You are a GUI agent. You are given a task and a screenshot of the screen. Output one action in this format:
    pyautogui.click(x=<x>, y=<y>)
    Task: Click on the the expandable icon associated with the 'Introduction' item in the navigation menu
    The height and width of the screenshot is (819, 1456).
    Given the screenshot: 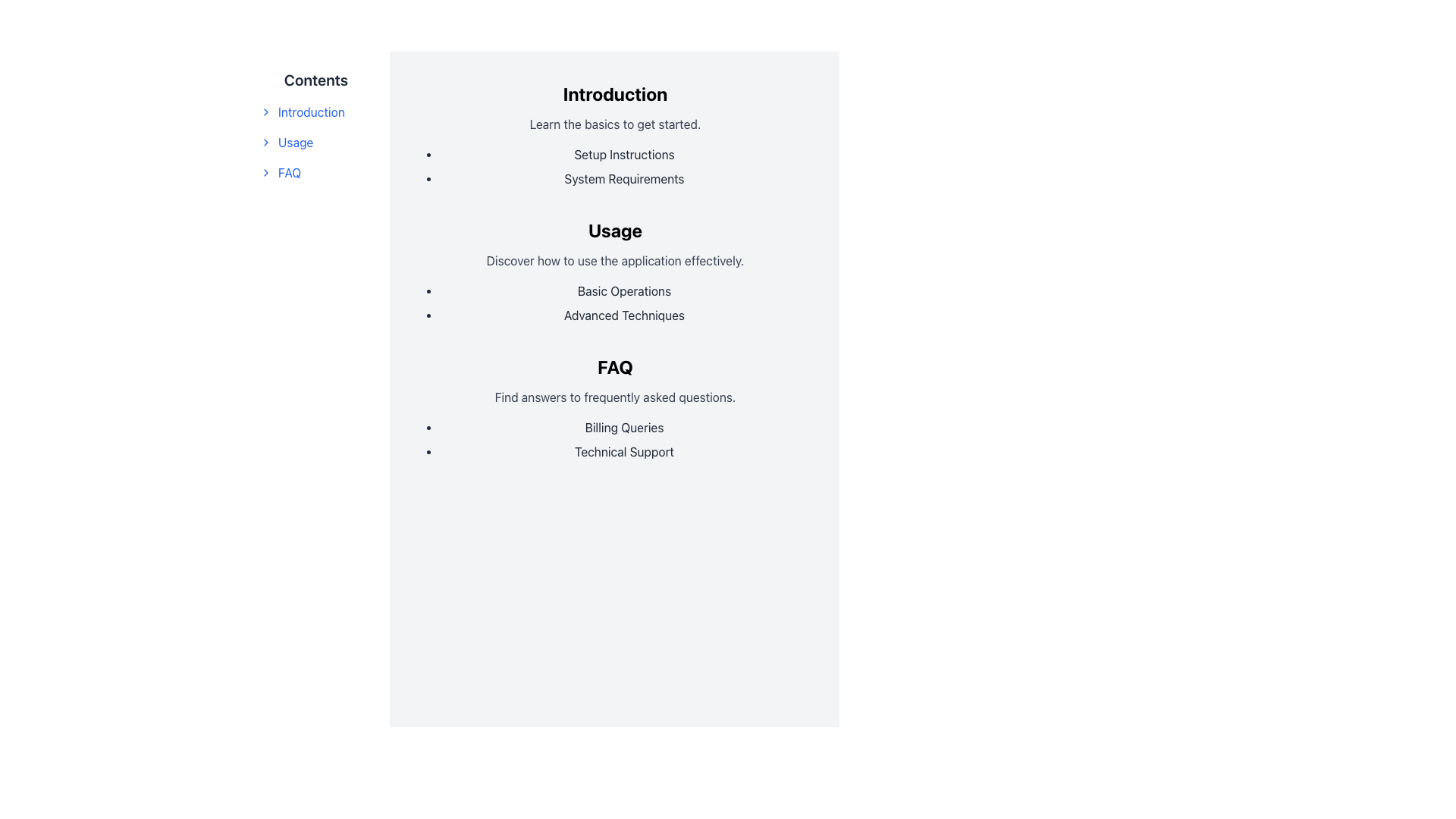 What is the action you would take?
    pyautogui.click(x=265, y=111)
    